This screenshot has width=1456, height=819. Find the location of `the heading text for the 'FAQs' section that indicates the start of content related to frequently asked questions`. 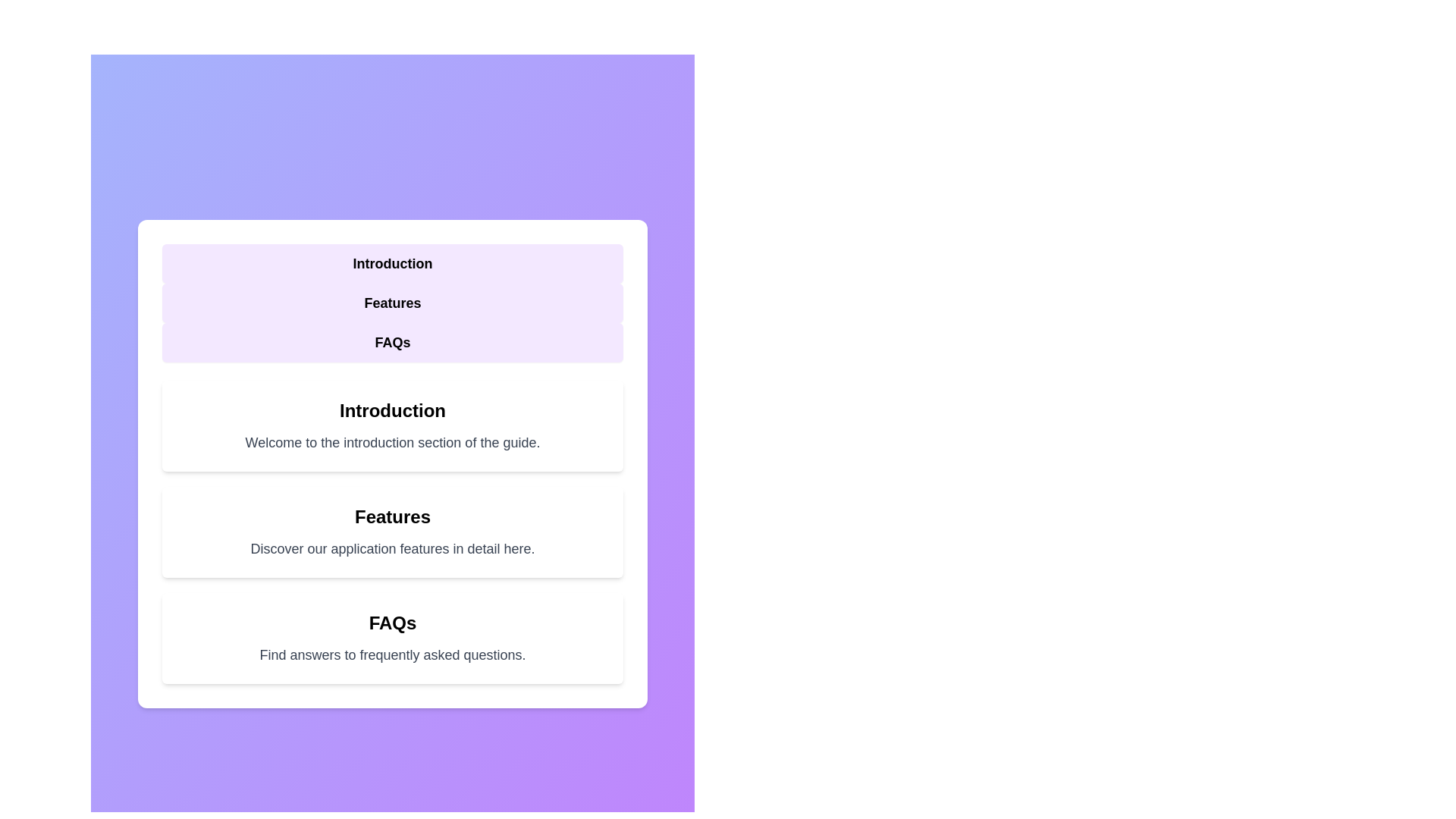

the heading text for the 'FAQs' section that indicates the start of content related to frequently asked questions is located at coordinates (393, 623).